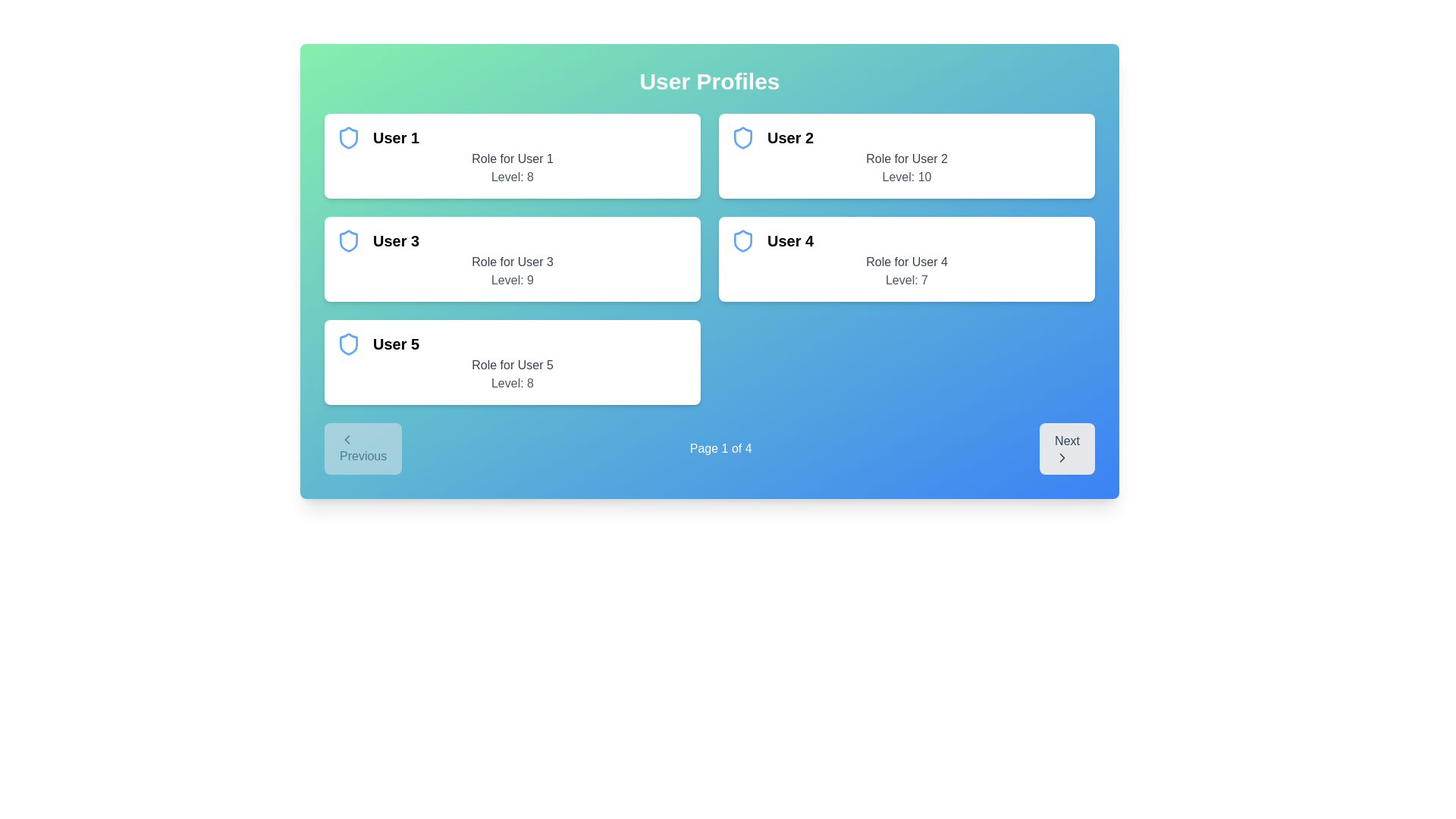 This screenshot has width=1456, height=819. Describe the element at coordinates (348, 240) in the screenshot. I see `the visual state of the shield-shaped blue-colored icon next to the user label 'User 3'` at that location.